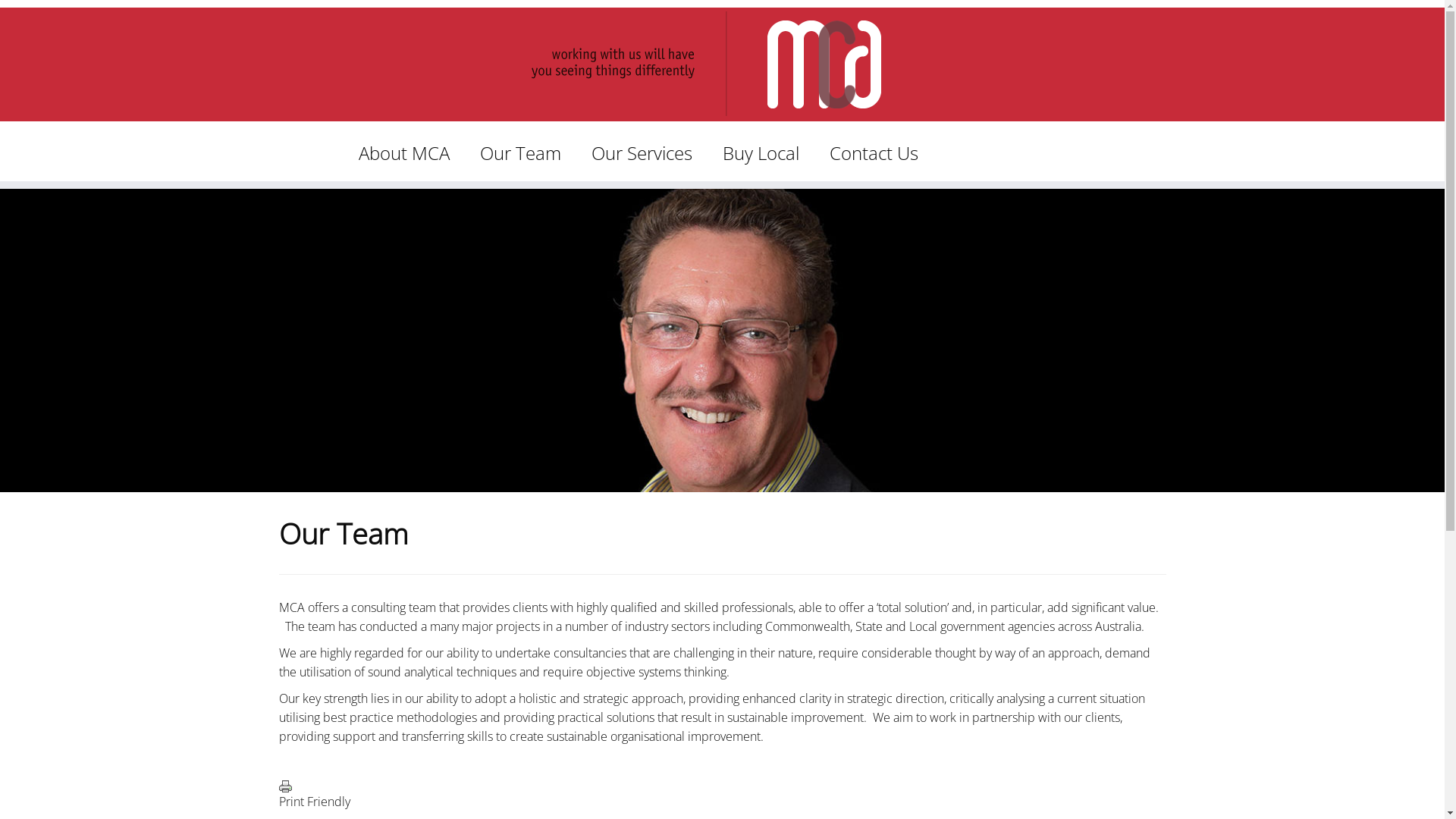  I want to click on 'Contact Us', so click(874, 152).